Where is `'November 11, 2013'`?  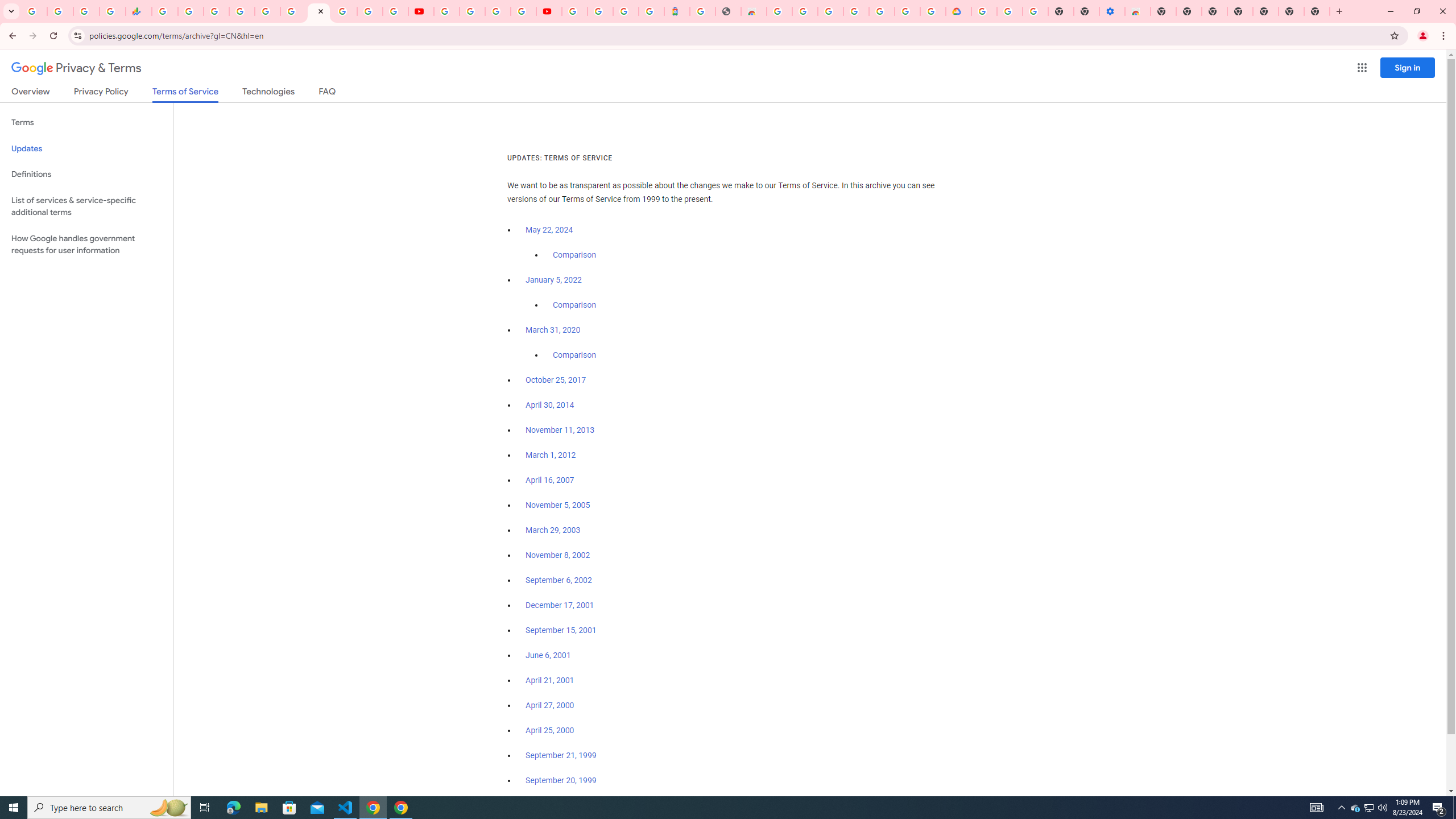 'November 11, 2013' is located at coordinates (560, 429).